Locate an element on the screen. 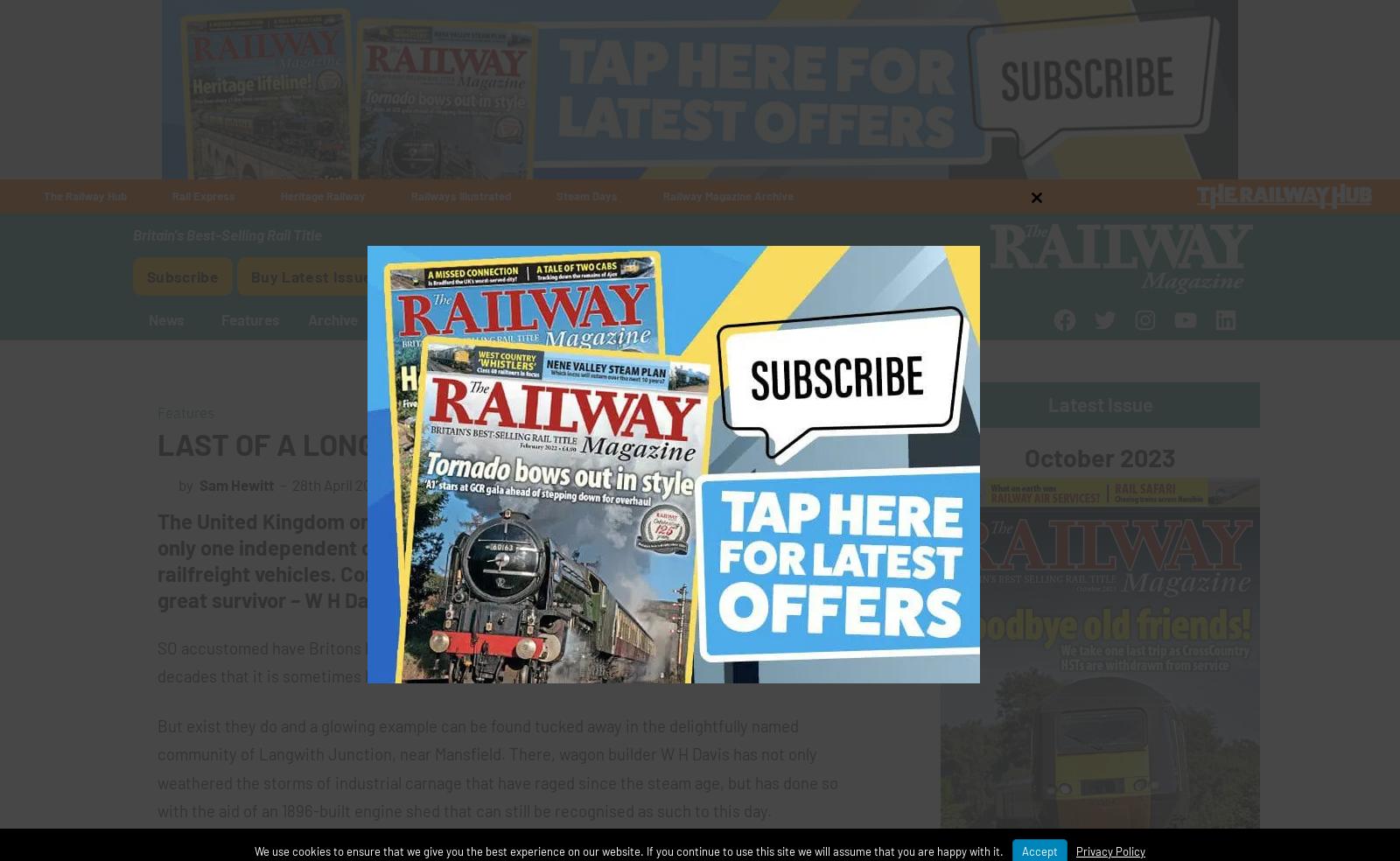 This screenshot has width=1400, height=861. 'Buy Latest Issue' is located at coordinates (311, 274).